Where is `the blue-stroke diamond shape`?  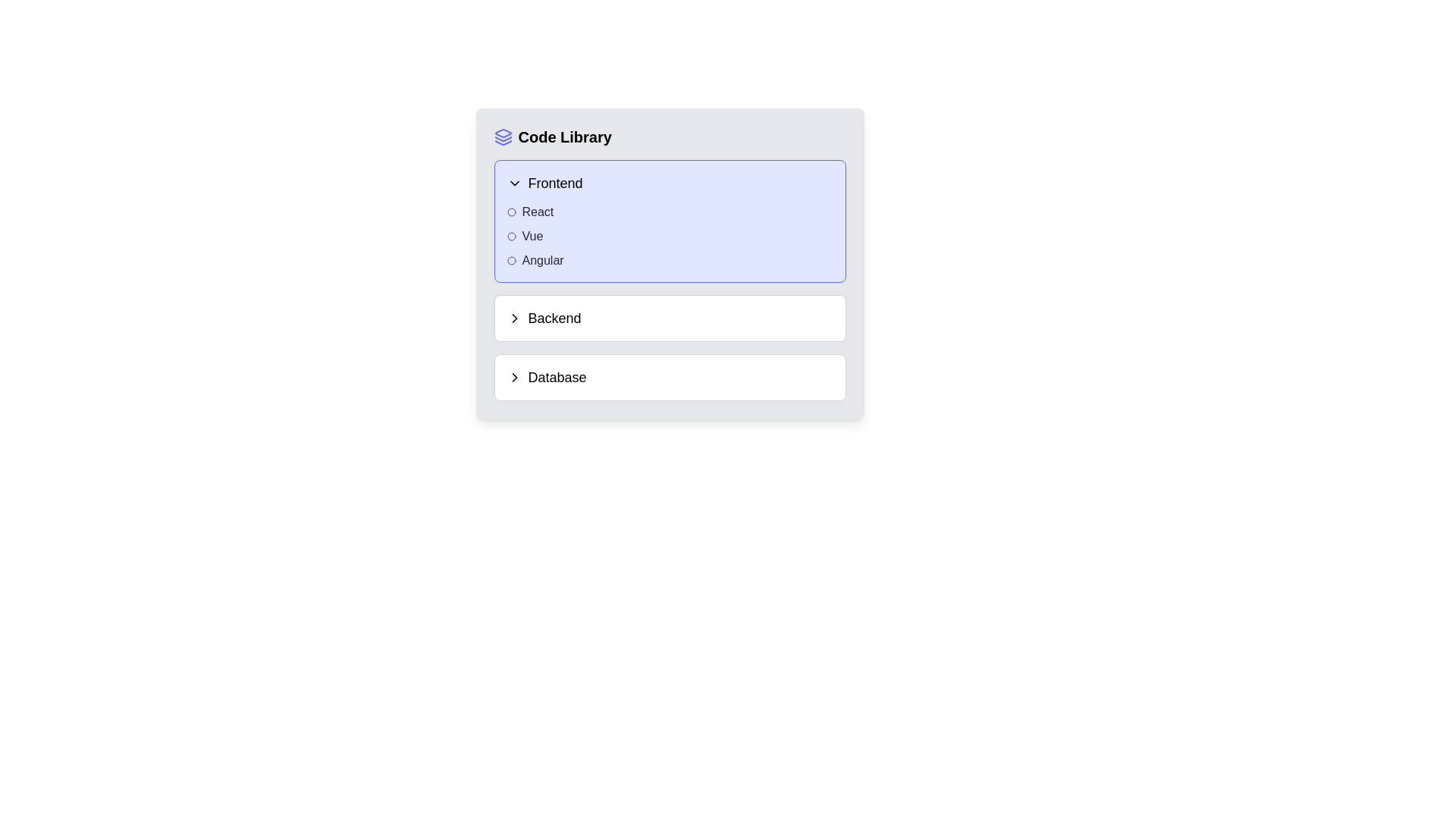
the blue-stroke diamond shape is located at coordinates (503, 133).